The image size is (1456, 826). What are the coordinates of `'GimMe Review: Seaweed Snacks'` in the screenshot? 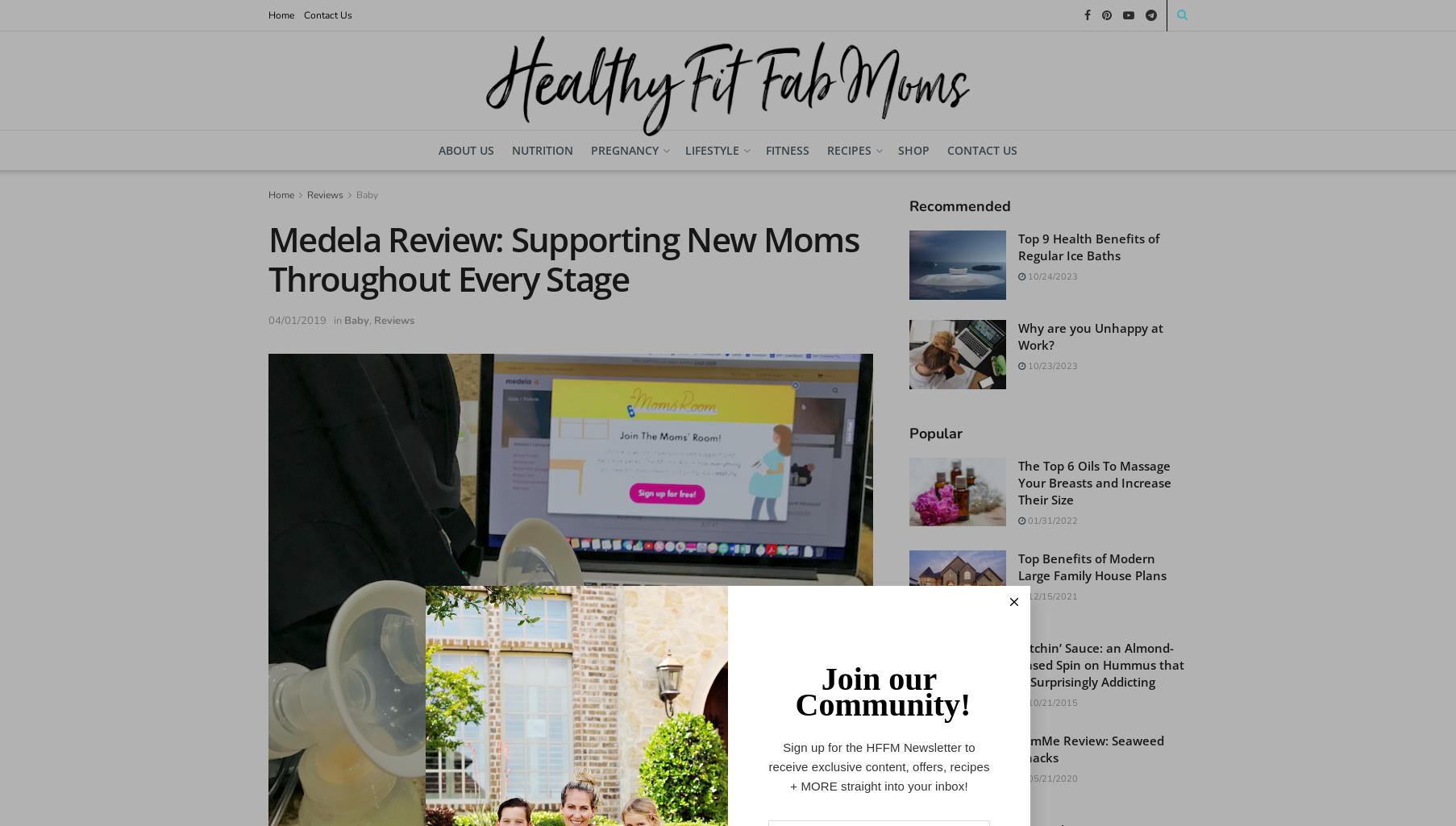 It's located at (1090, 748).